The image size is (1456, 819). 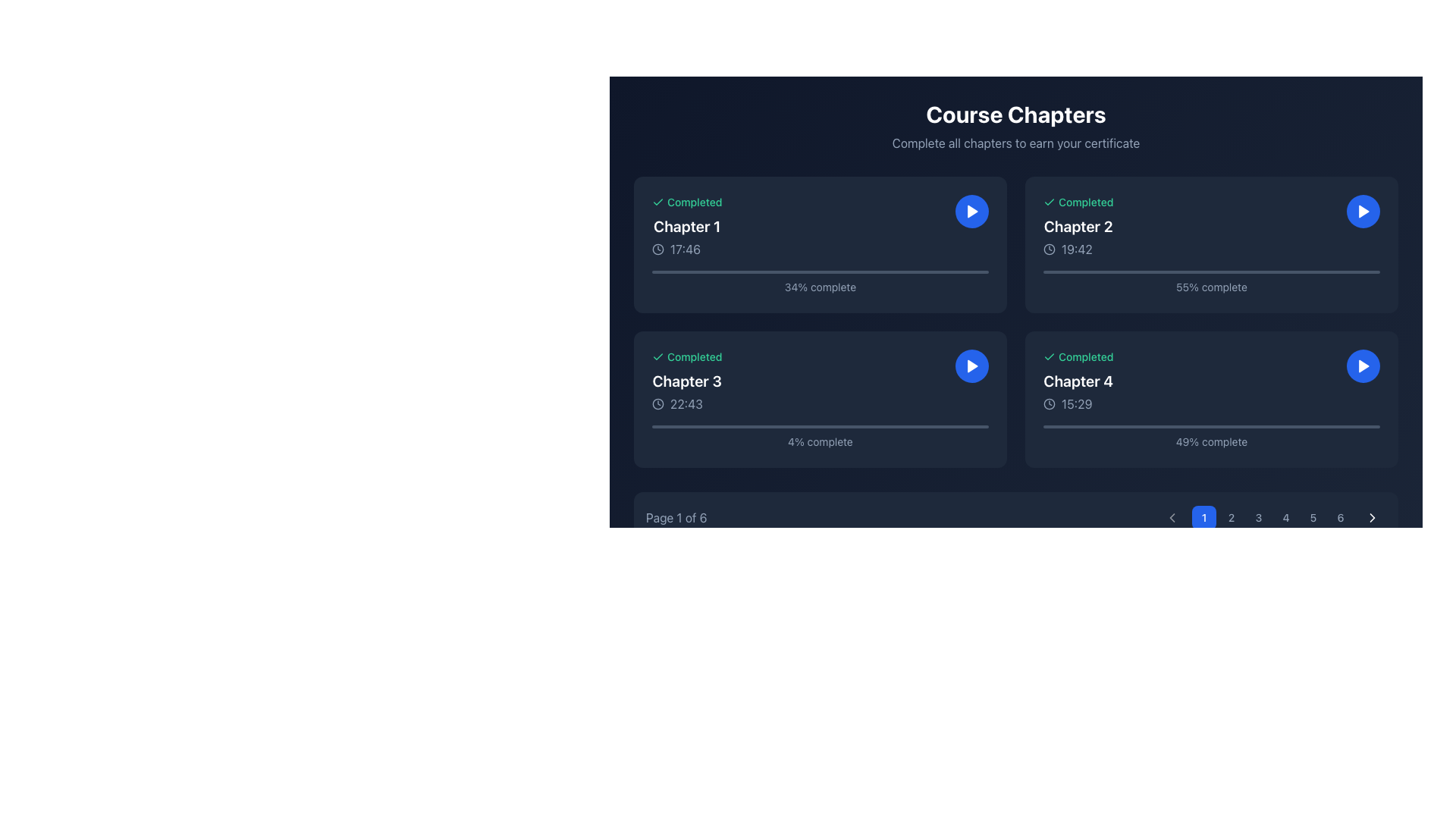 I want to click on text displayed in the light gray Text Label showing the time '19:42', which is positioned to the right of a clock icon in the second card of the chapter list interface, so click(x=1076, y=248).